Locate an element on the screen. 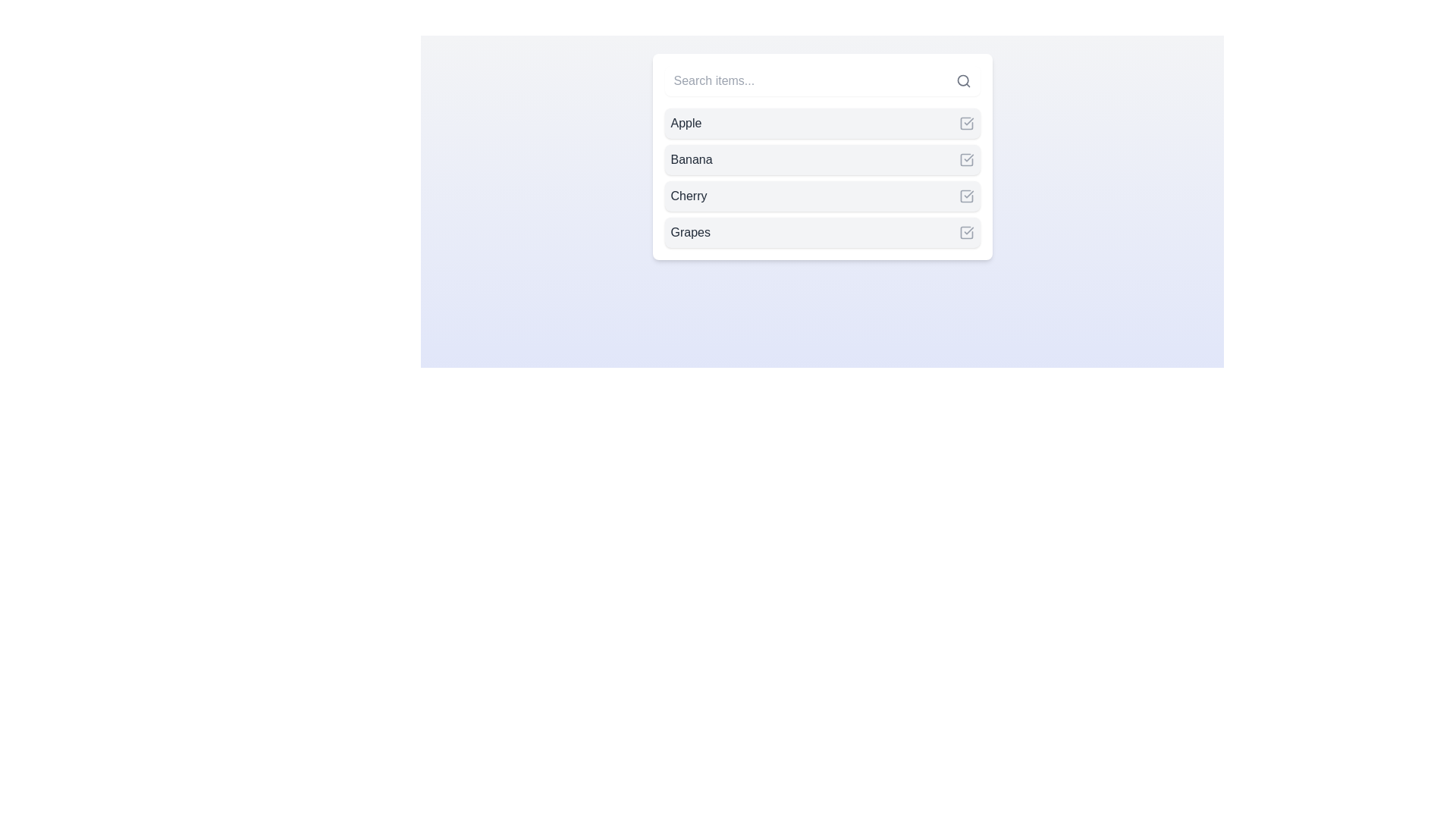 The height and width of the screenshot is (819, 1456). the second item in a vertically stacked list within a white card, located below 'Apple' and above 'Cherry' is located at coordinates (821, 157).